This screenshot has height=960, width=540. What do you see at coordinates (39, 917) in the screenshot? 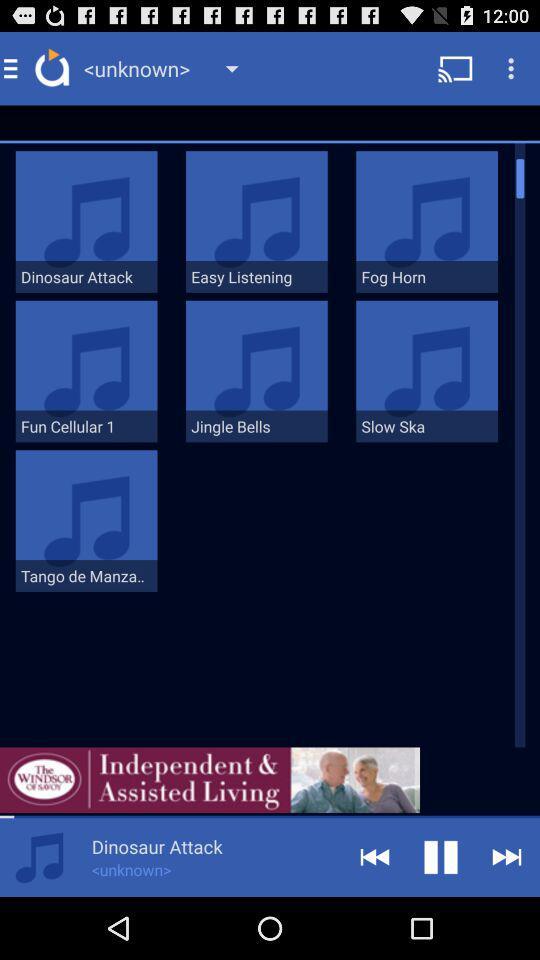
I see `the music icon` at bounding box center [39, 917].